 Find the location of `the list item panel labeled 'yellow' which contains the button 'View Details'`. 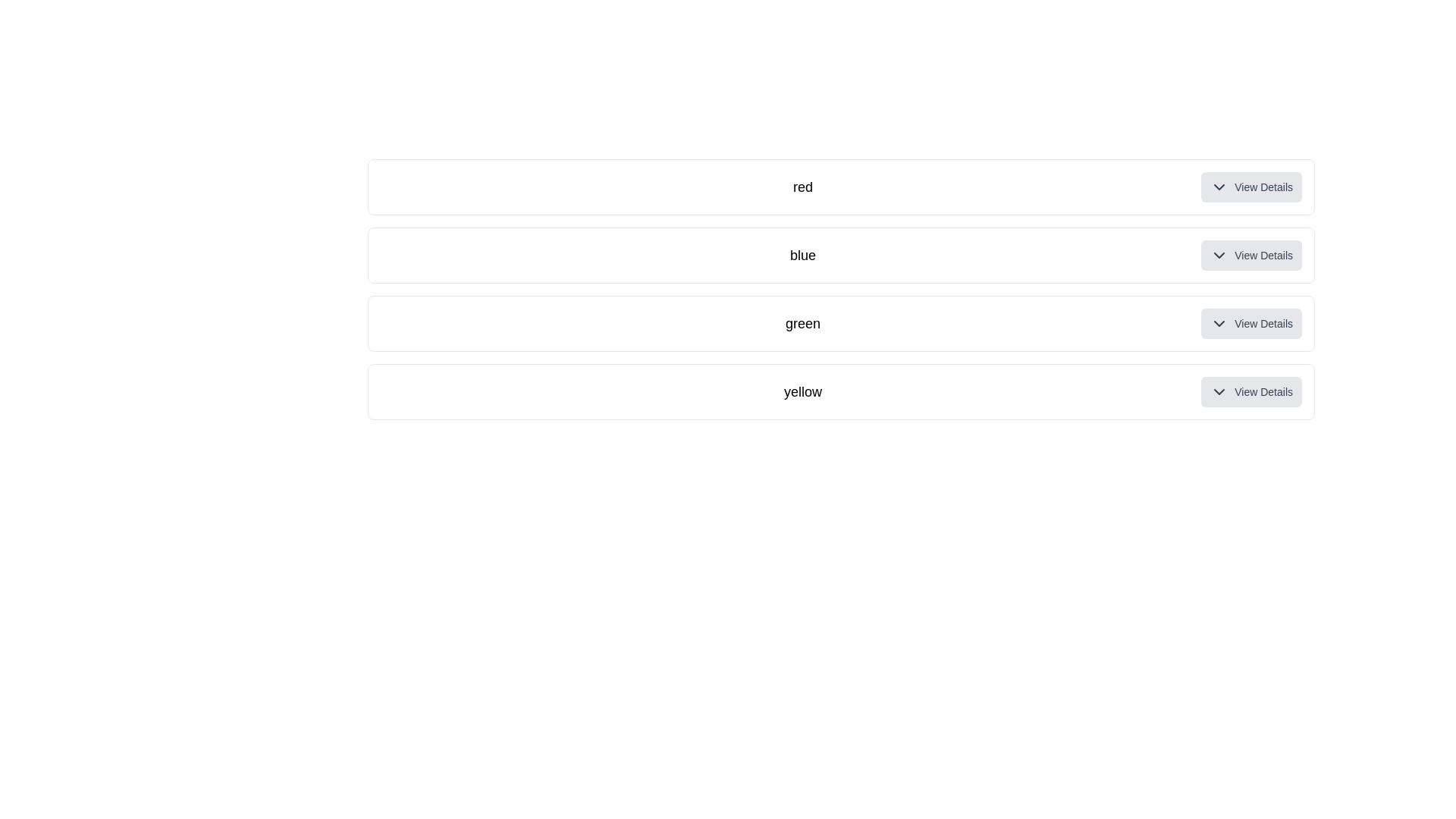

the list item panel labeled 'yellow' which contains the button 'View Details' is located at coordinates (840, 391).